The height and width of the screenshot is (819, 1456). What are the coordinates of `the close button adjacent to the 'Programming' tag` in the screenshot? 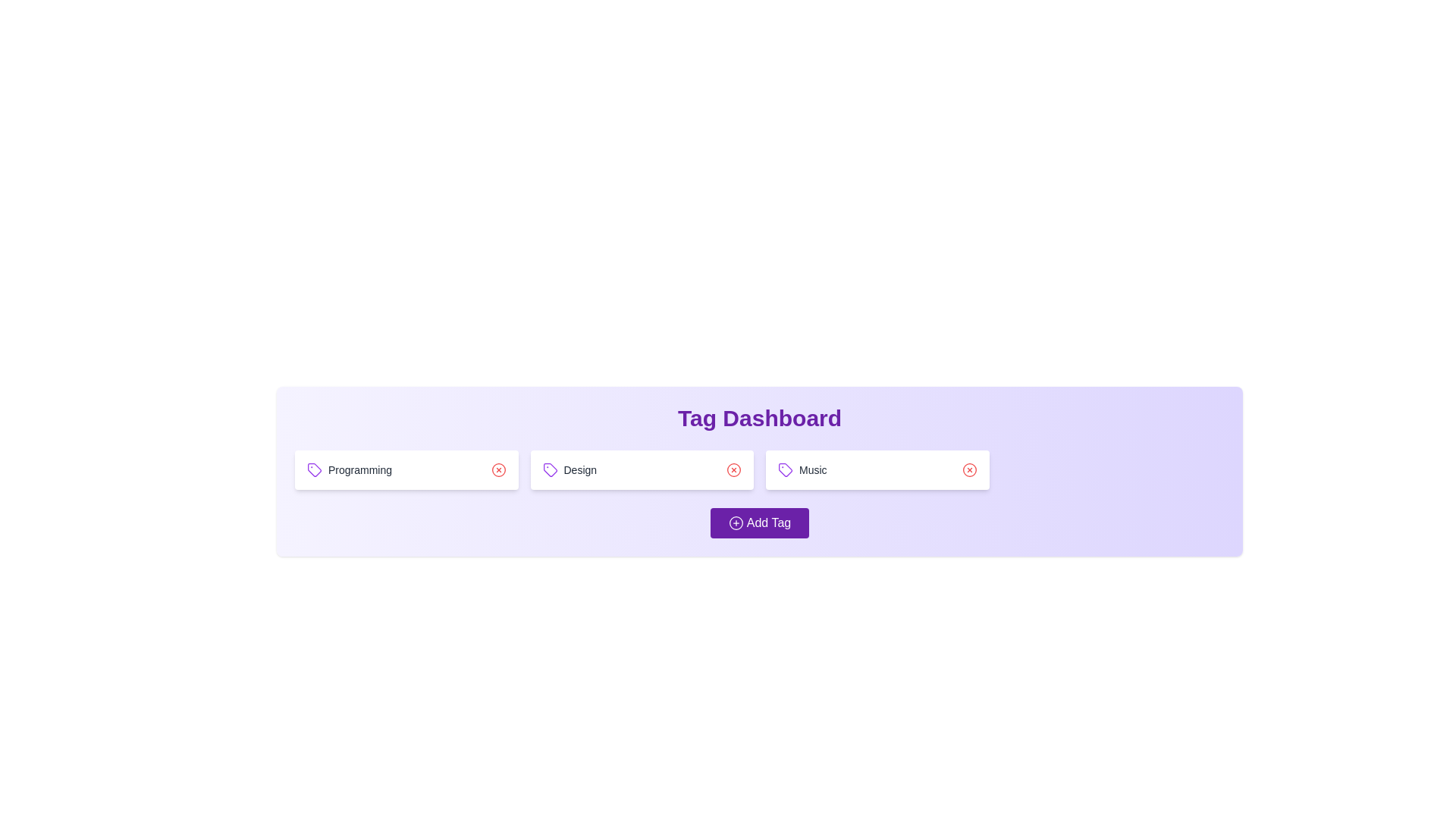 It's located at (498, 469).